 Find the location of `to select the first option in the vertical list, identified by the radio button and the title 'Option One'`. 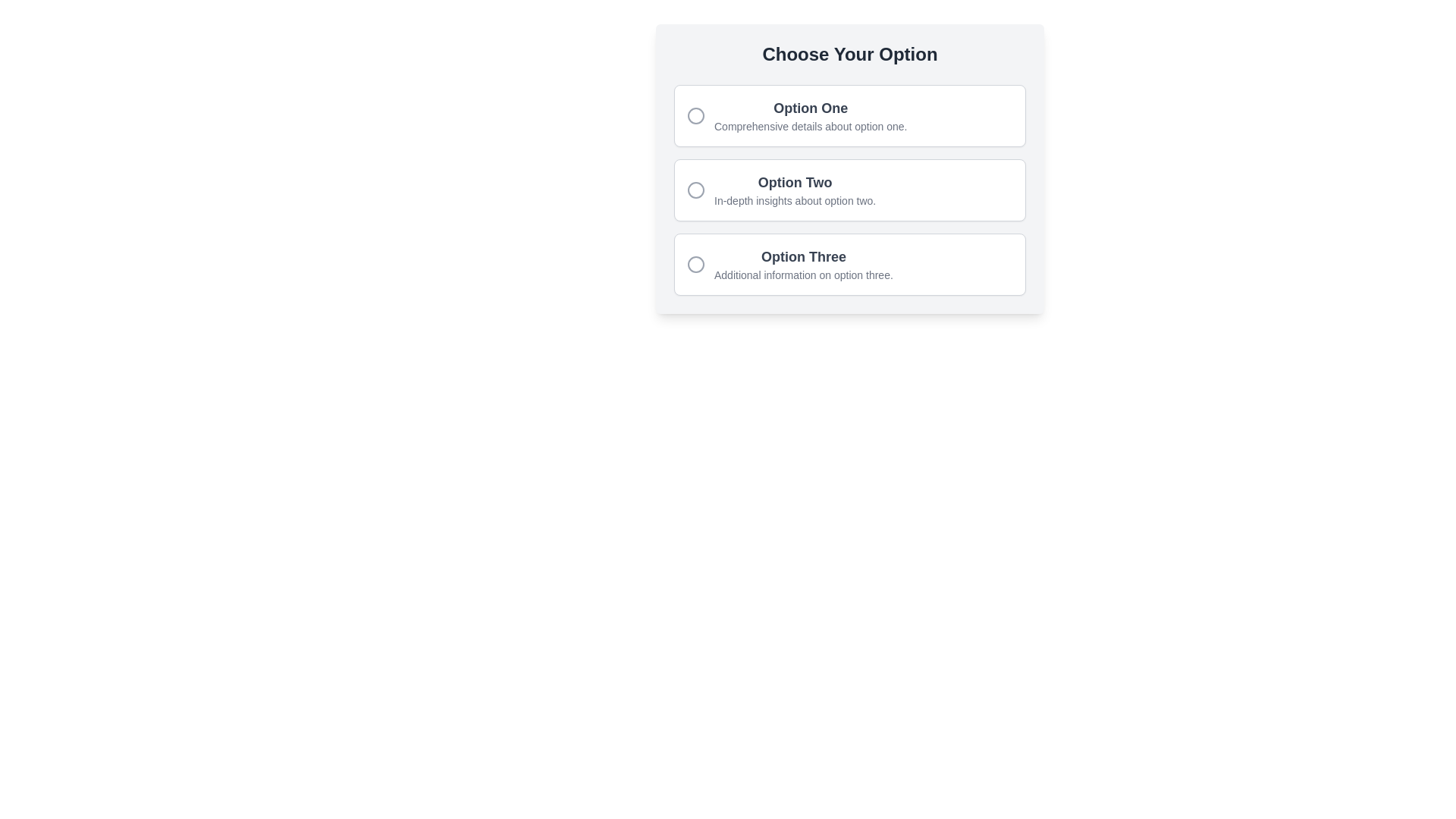

to select the first option in the vertical list, identified by the radio button and the title 'Option One' is located at coordinates (850, 115).